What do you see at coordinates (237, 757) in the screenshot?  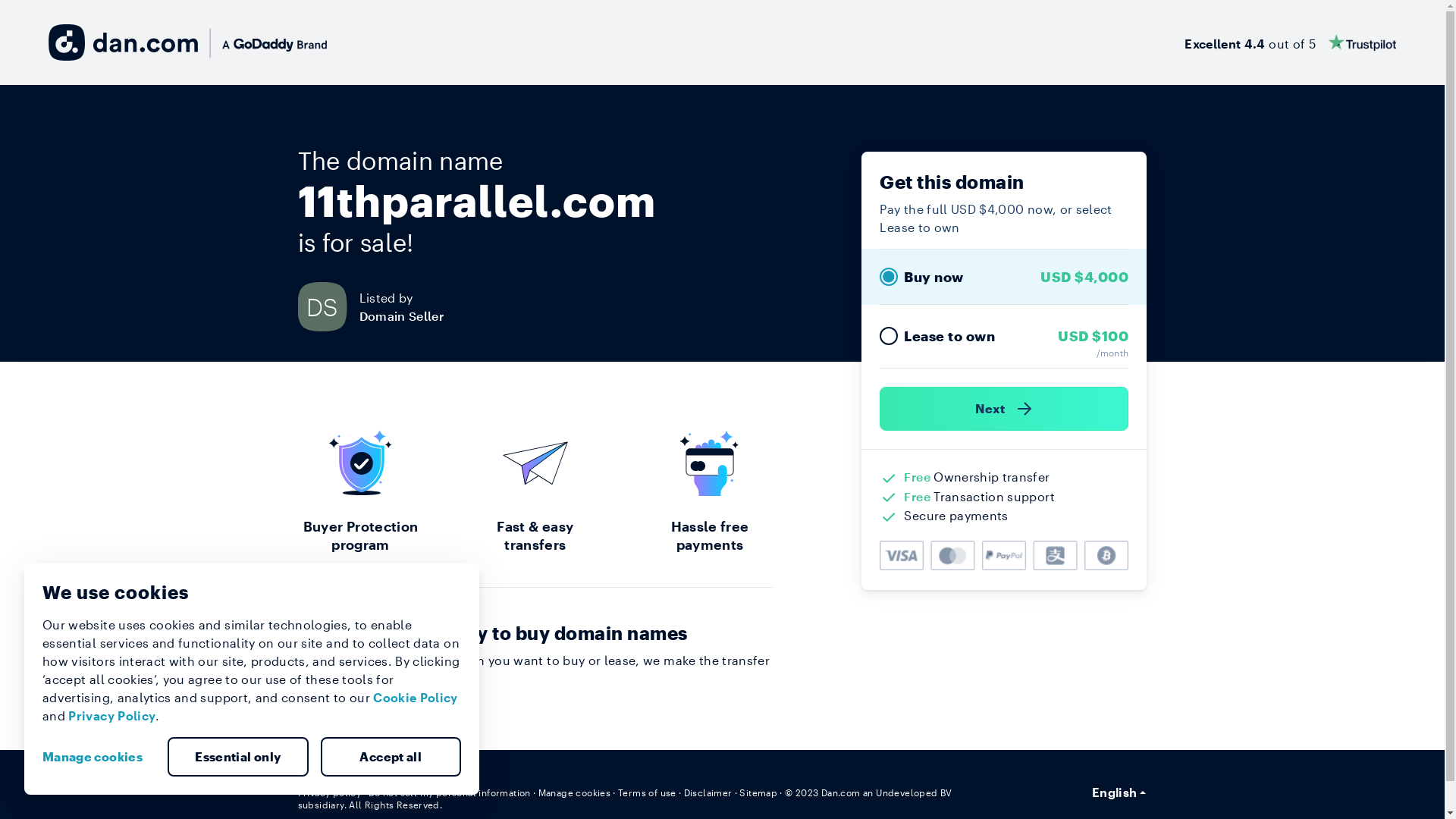 I see `'Essential only'` at bounding box center [237, 757].